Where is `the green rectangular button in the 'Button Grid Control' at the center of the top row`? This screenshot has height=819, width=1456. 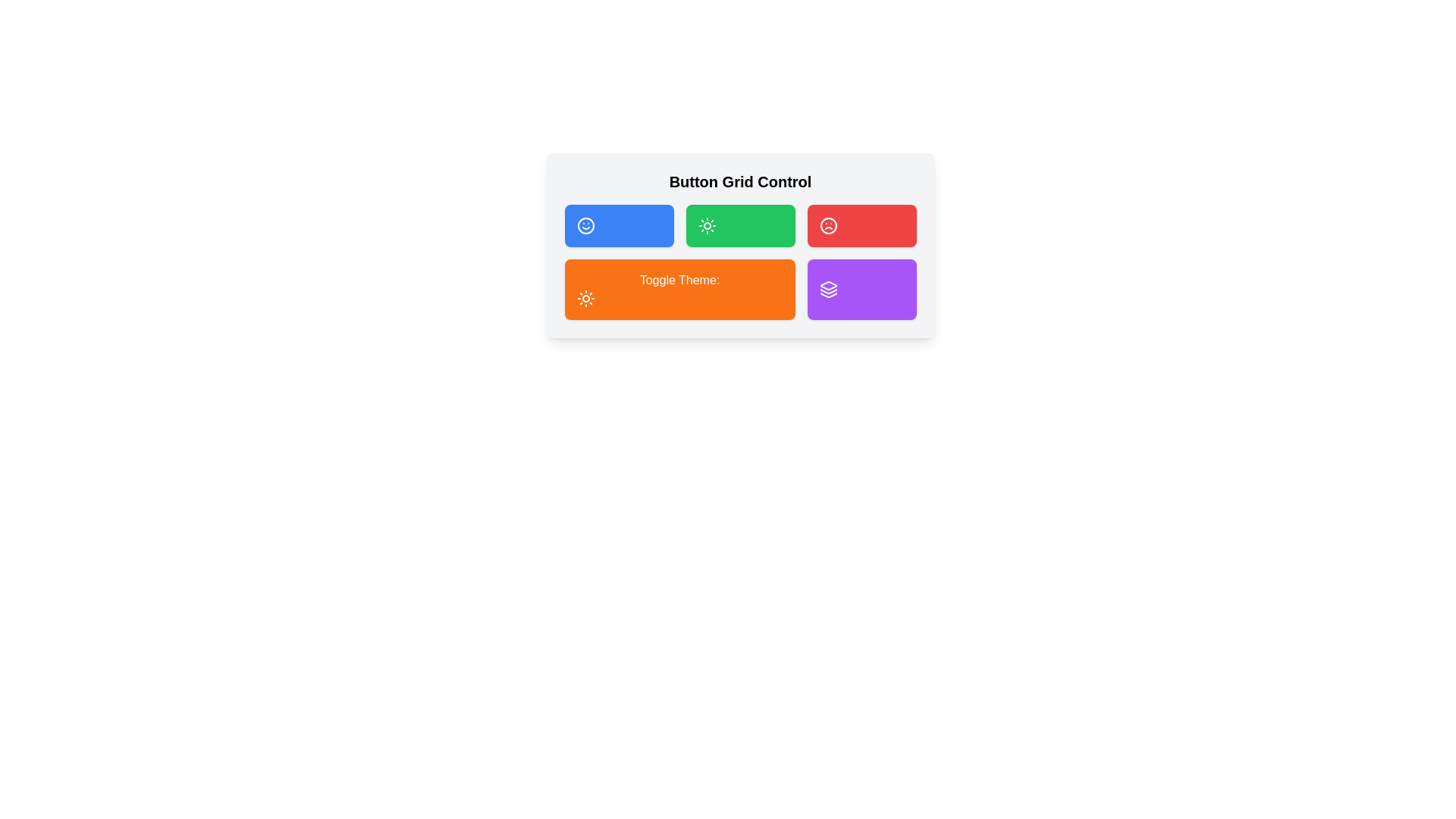
the green rectangular button in the 'Button Grid Control' at the center of the top row is located at coordinates (740, 245).